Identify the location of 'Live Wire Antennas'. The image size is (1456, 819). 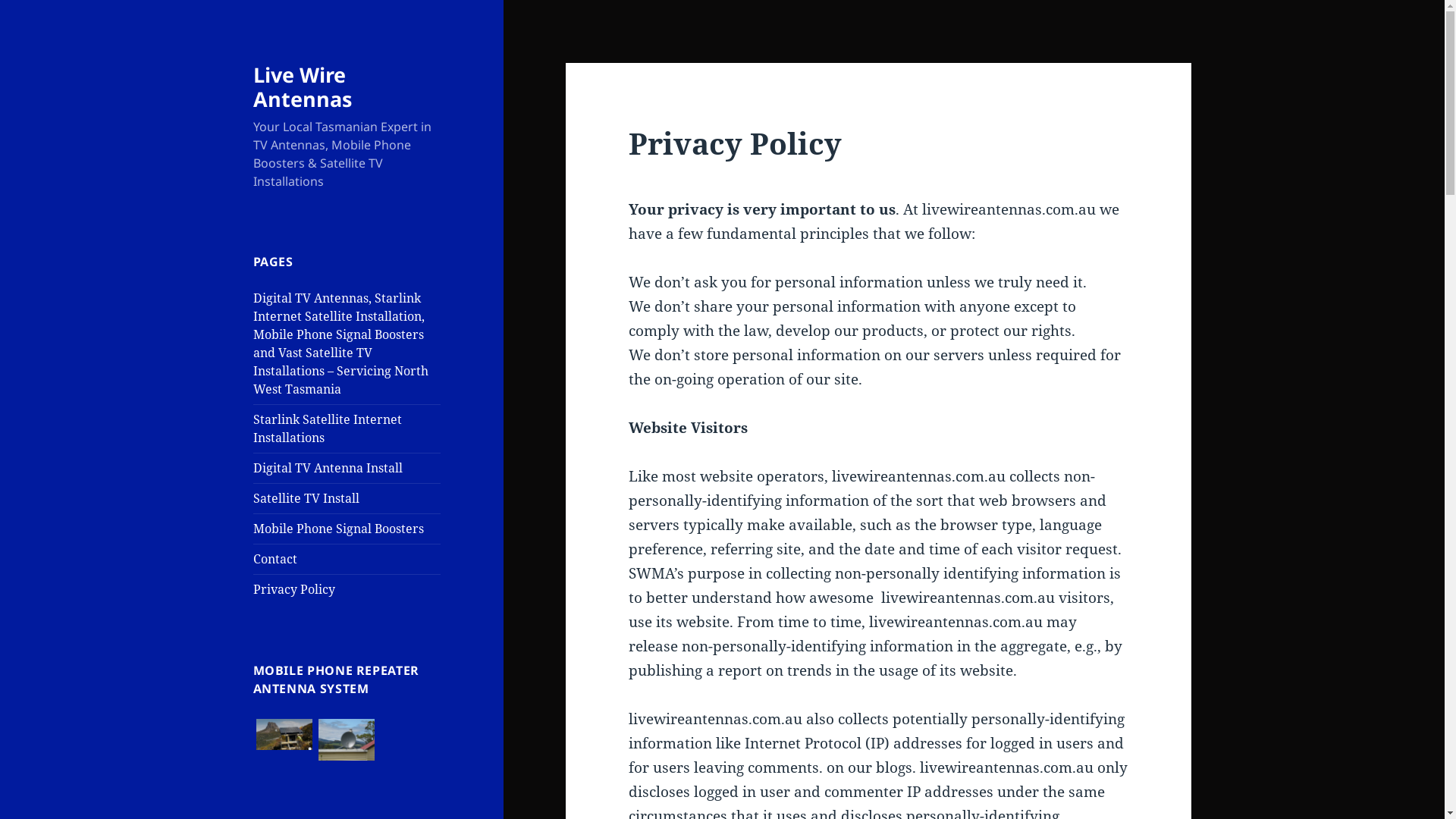
(302, 86).